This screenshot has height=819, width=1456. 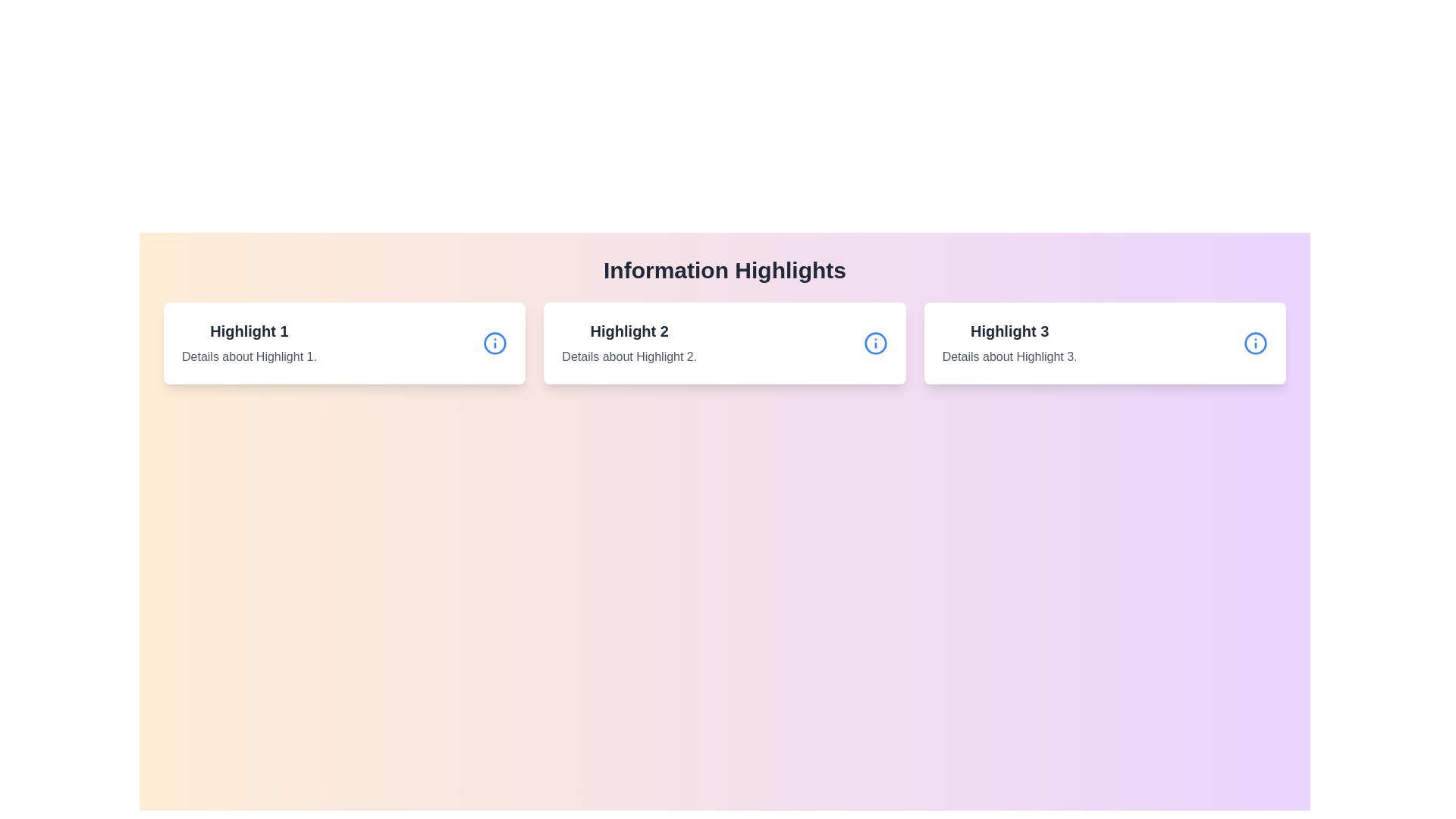 What do you see at coordinates (629, 356) in the screenshot?
I see `details displayed in the text element located beneath the heading 'Highlight 2' in the central card of the row of summary cards` at bounding box center [629, 356].